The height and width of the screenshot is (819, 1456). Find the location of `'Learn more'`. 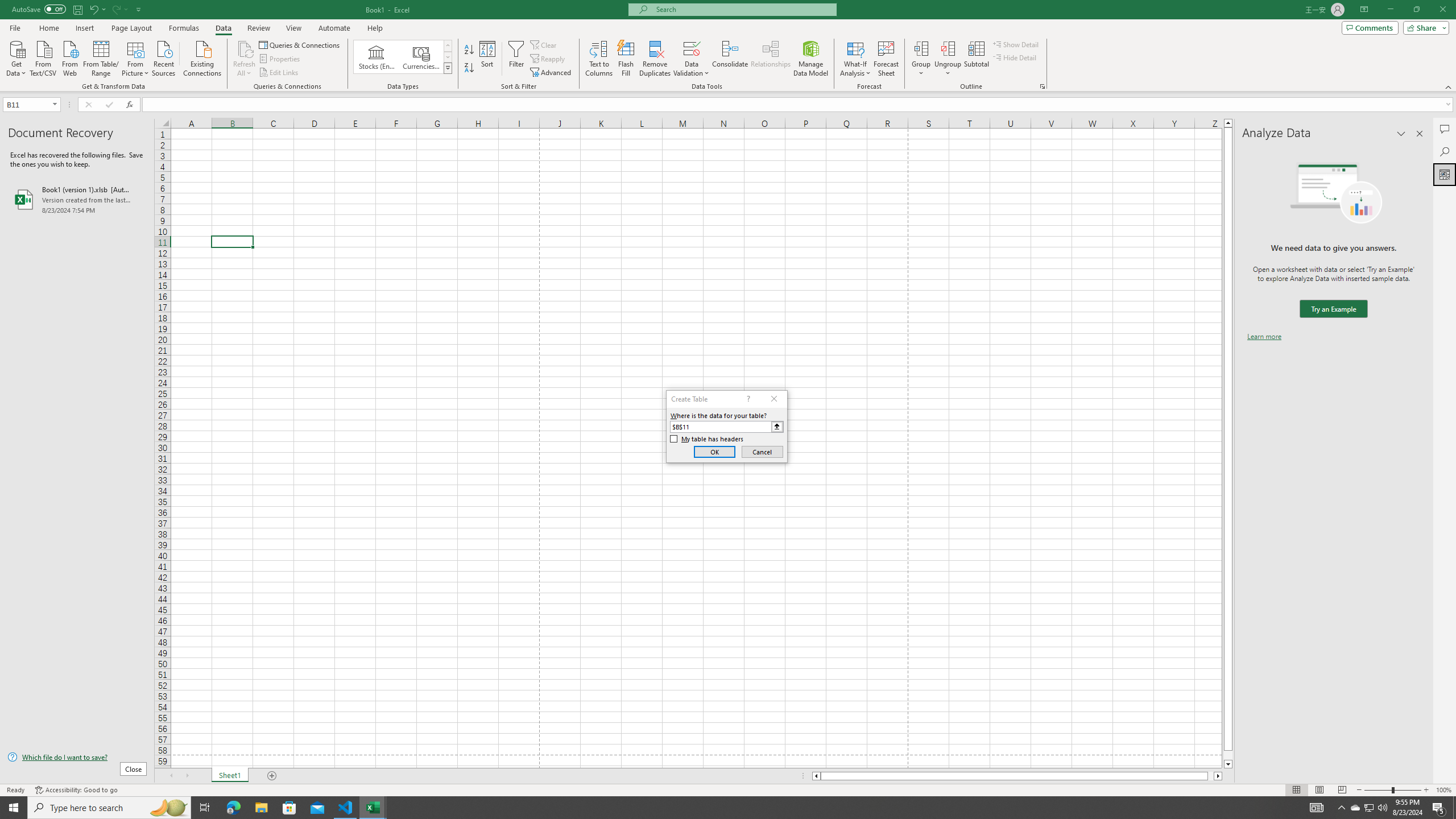

'Learn more' is located at coordinates (1264, 336).